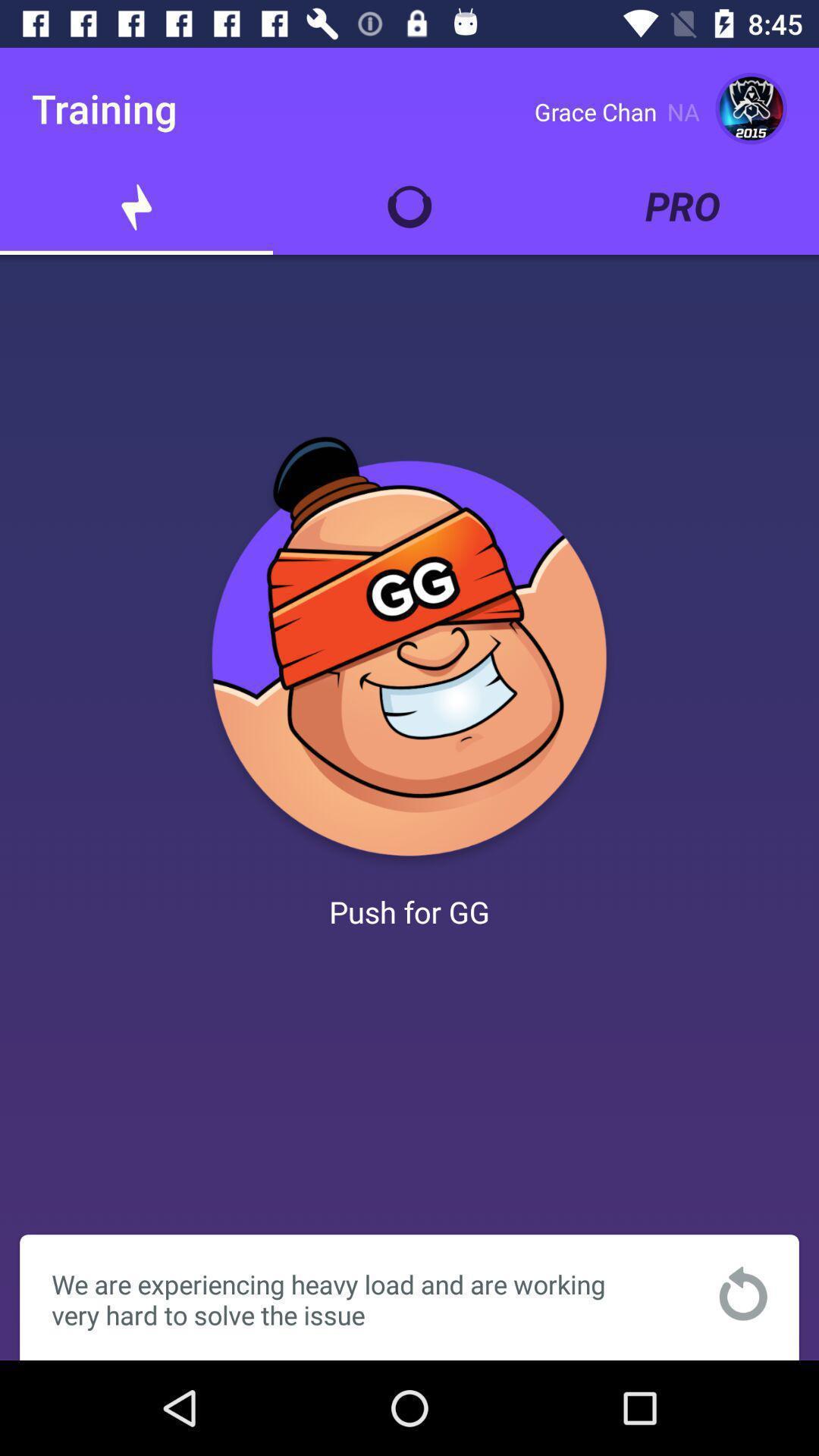 This screenshot has width=819, height=1456. I want to click on refresh to app solve issues, so click(742, 1292).